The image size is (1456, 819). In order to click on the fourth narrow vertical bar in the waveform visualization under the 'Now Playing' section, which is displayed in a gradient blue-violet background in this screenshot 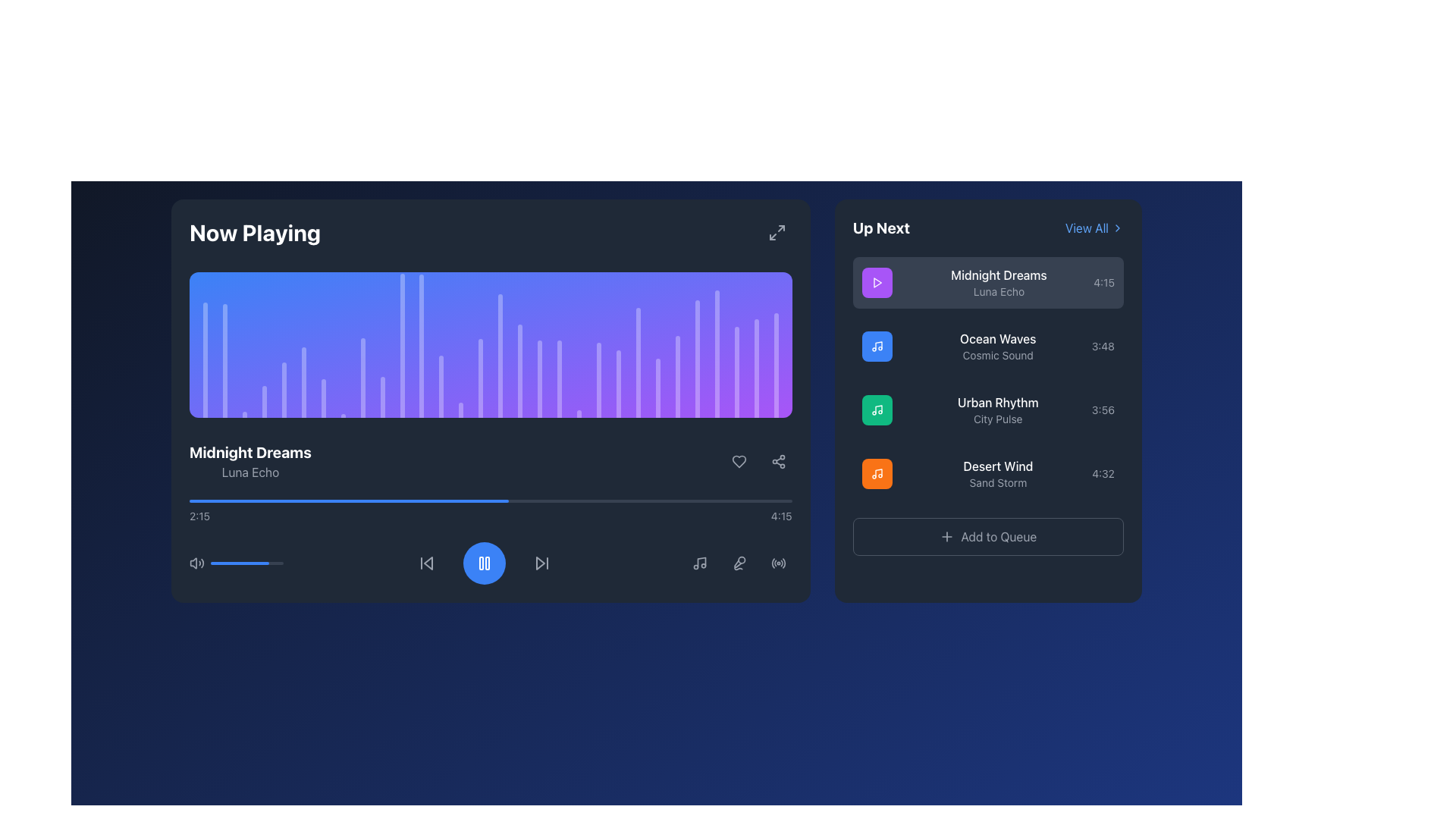, I will do `click(264, 400)`.